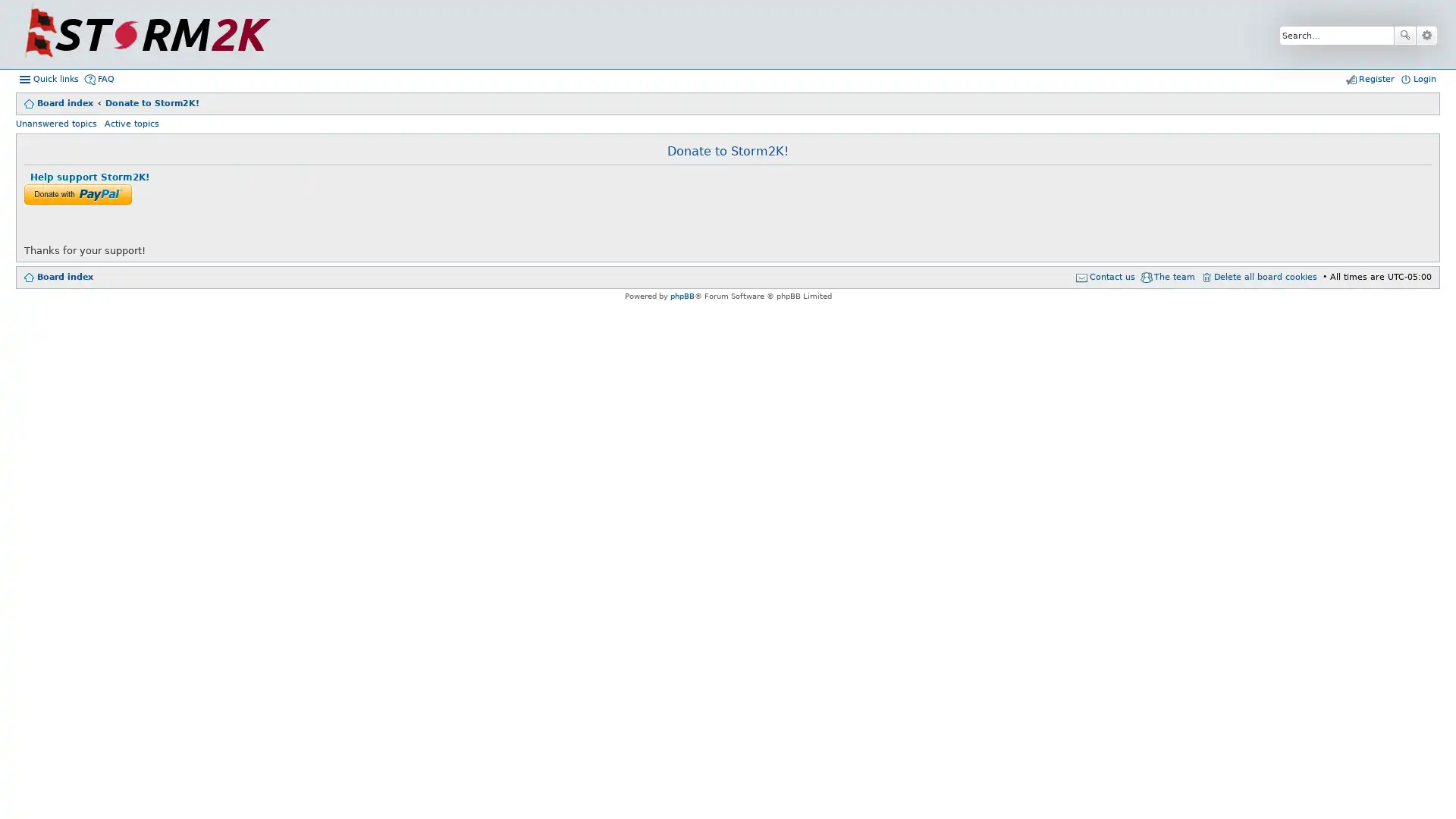  What do you see at coordinates (1404, 34) in the screenshot?
I see `Search` at bounding box center [1404, 34].